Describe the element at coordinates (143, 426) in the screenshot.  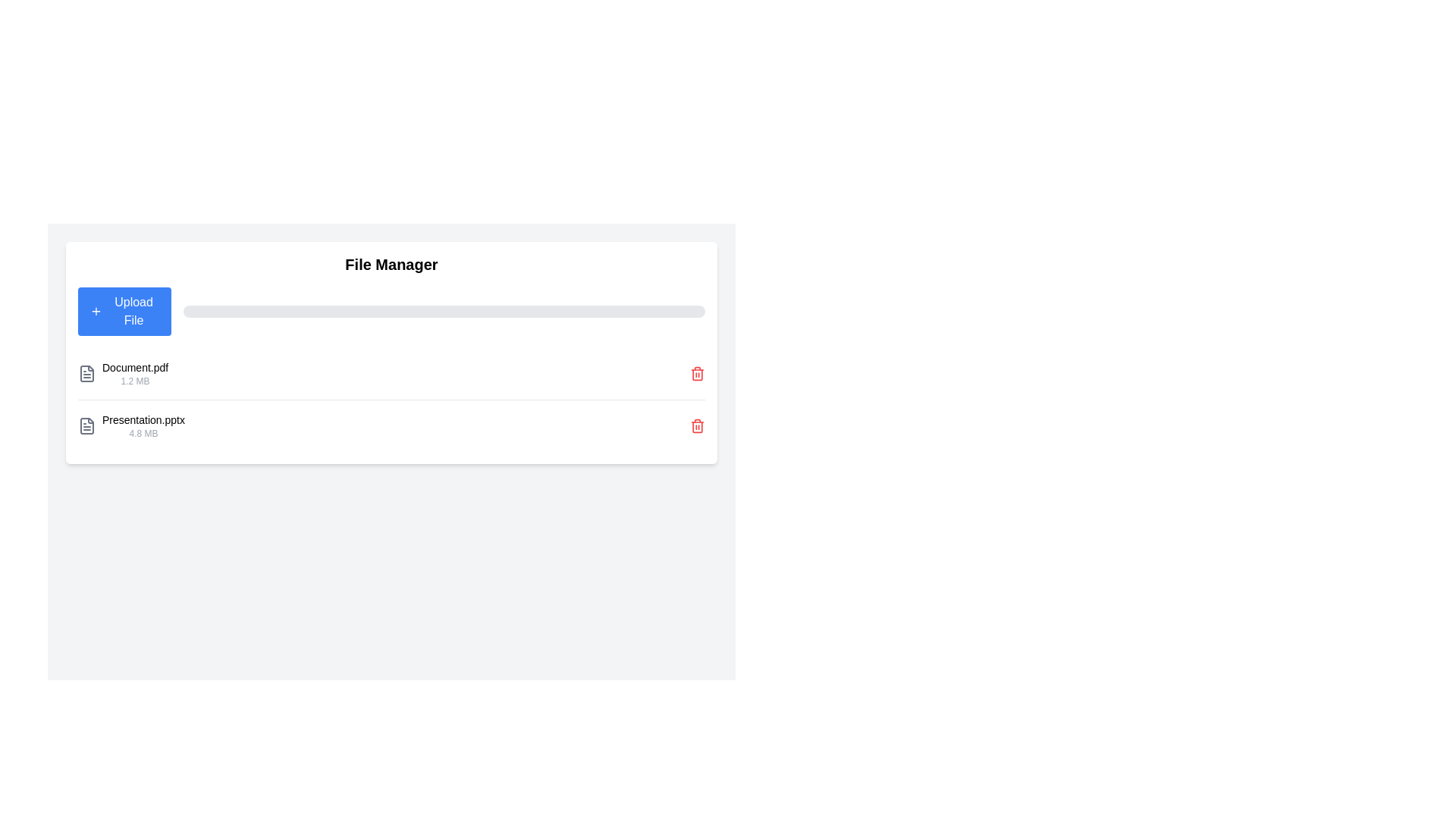
I see `the file entry for 'Presentation.pptx', which is located` at that location.